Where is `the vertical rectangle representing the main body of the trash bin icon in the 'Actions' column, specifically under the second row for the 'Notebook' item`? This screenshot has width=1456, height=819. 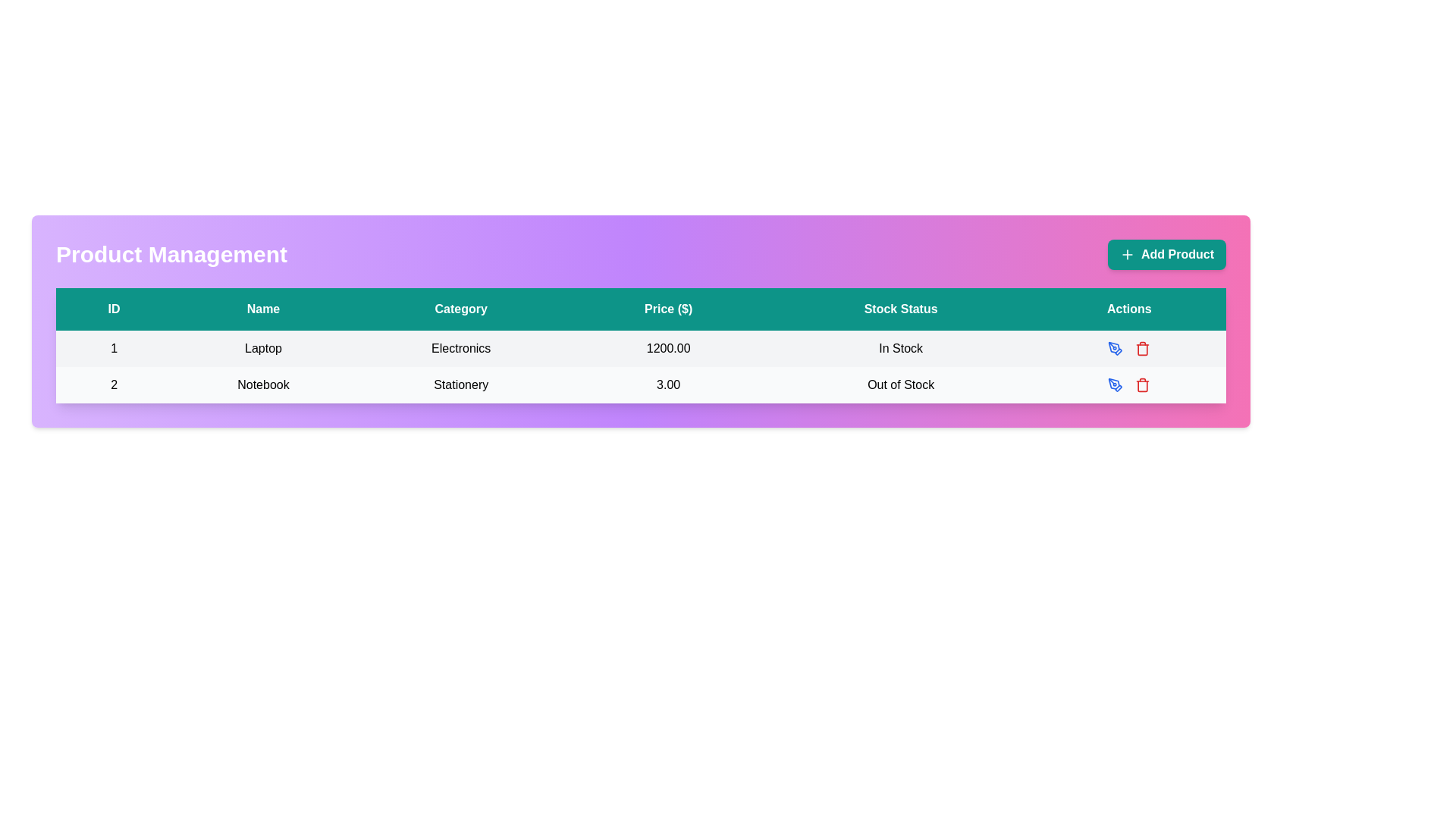 the vertical rectangle representing the main body of the trash bin icon in the 'Actions' column, specifically under the second row for the 'Notebook' item is located at coordinates (1143, 350).